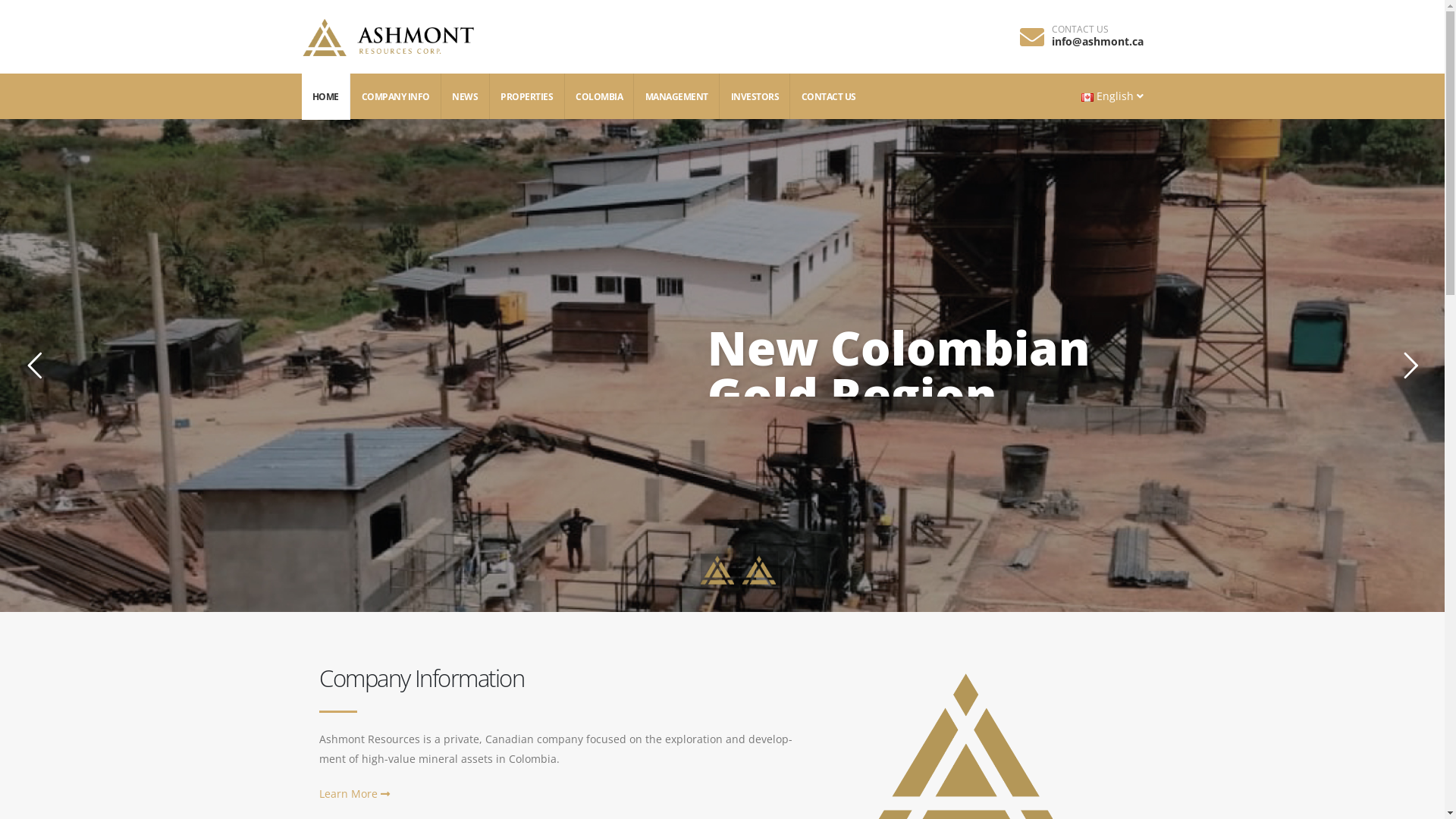 This screenshot has width=1456, height=819. I want to click on 'info@ashmont.ca', so click(1097, 40).